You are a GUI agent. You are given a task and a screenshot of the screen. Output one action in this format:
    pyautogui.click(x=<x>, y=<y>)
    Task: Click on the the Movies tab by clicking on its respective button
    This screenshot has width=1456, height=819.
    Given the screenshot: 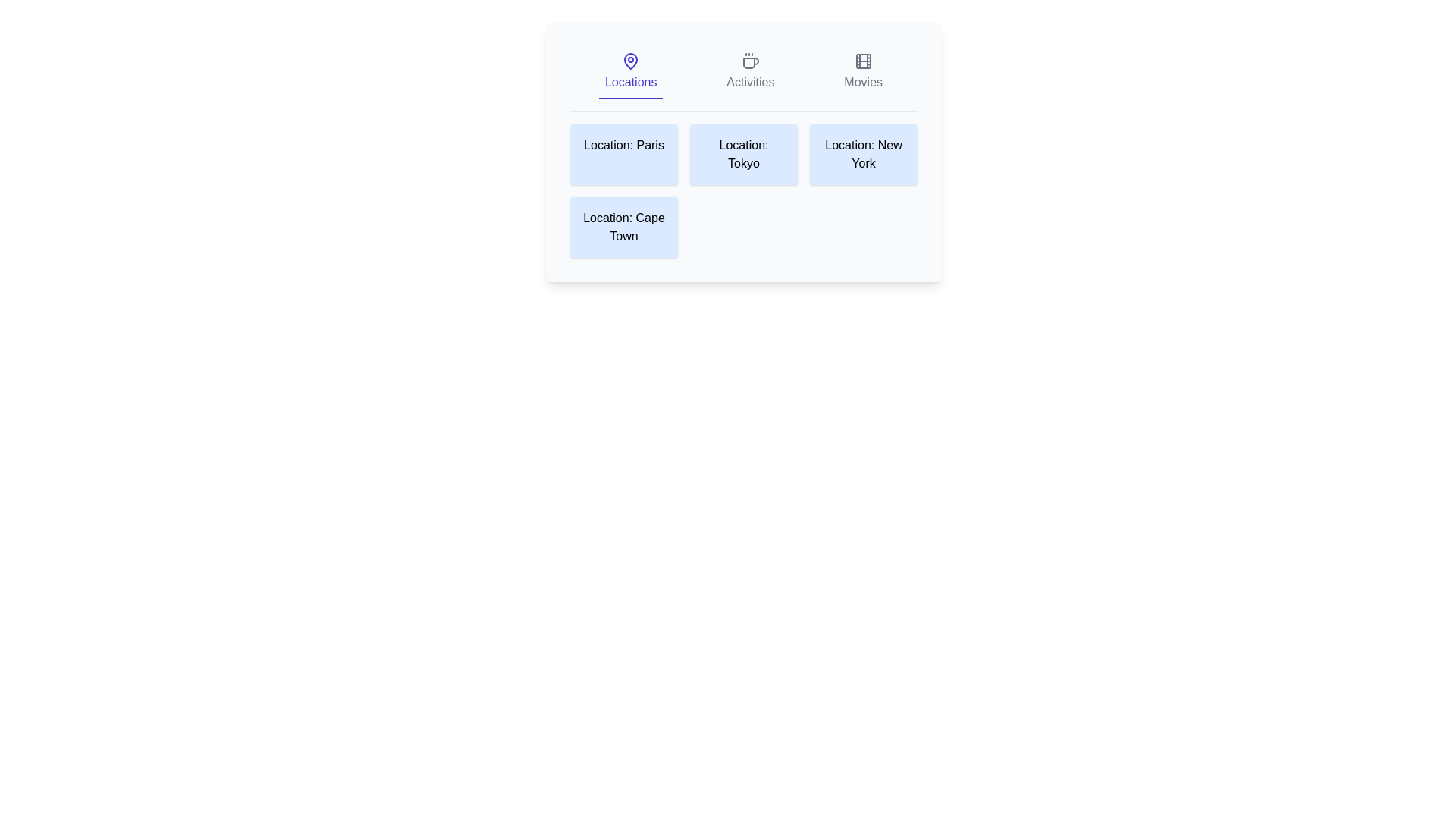 What is the action you would take?
    pyautogui.click(x=863, y=73)
    